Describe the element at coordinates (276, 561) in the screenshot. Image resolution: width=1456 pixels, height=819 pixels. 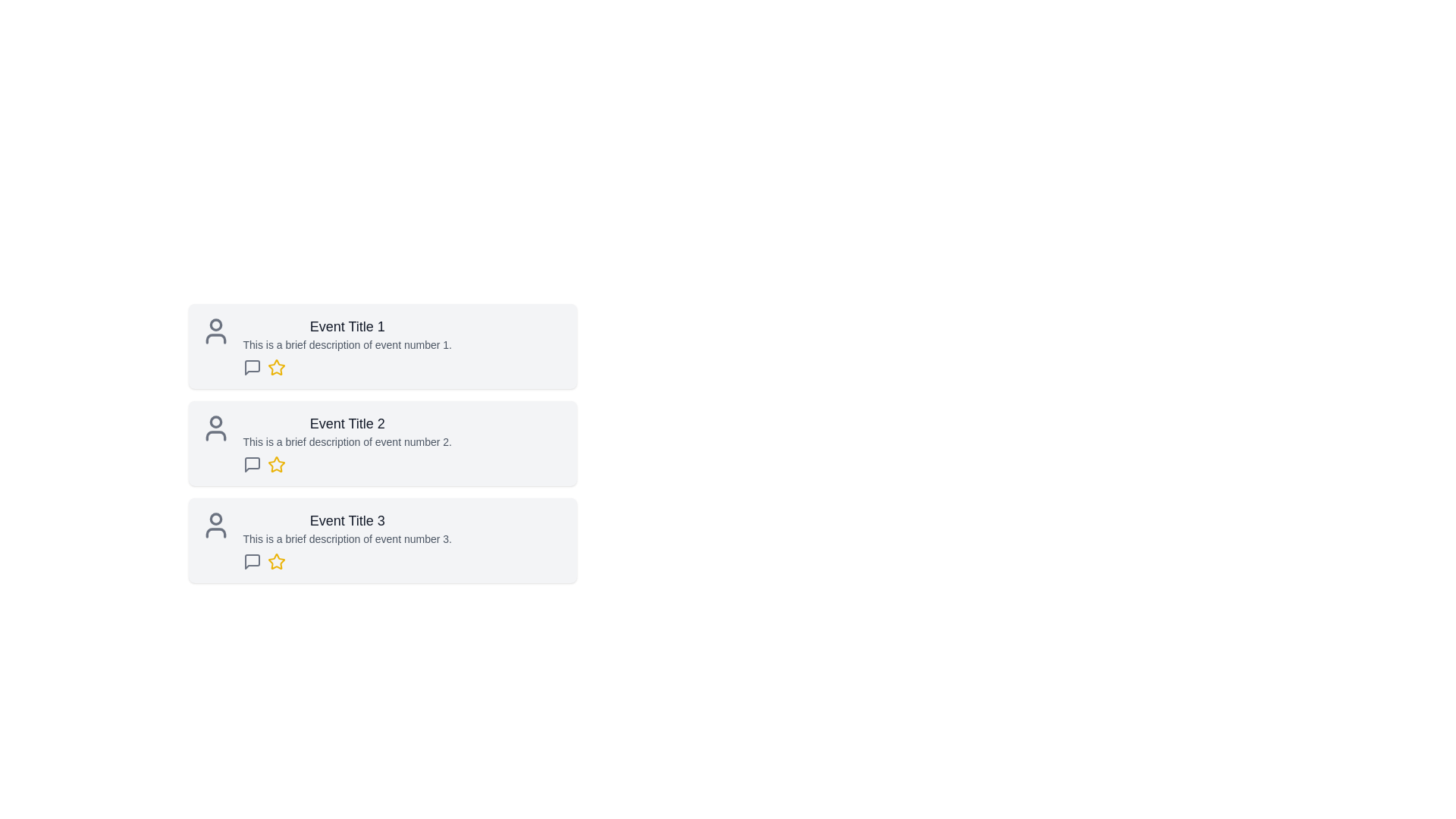
I see `the star icon at the bottom-right of the third event card to trigger a tooltip or visual feedback` at that location.